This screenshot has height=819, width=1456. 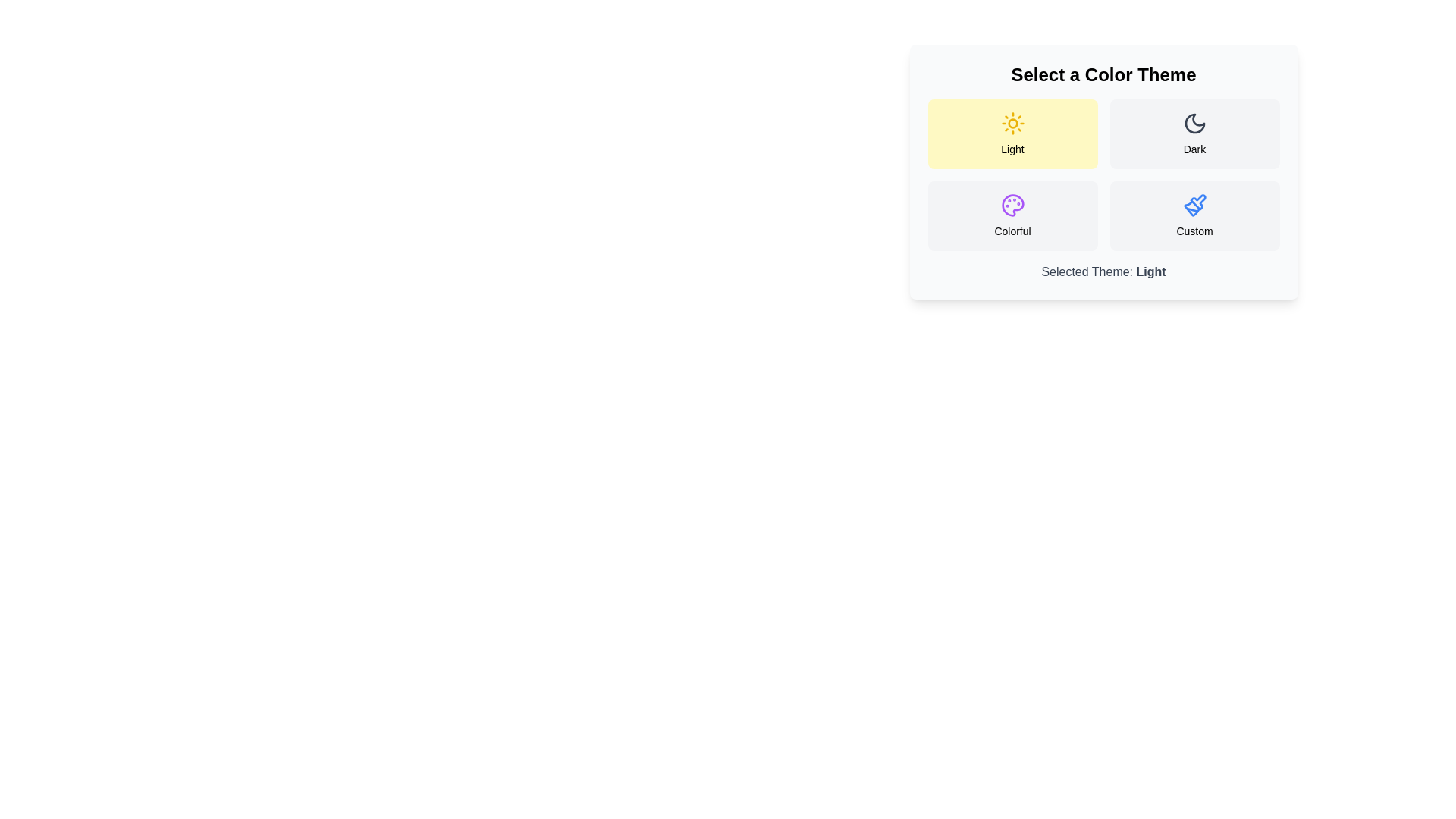 What do you see at coordinates (1012, 133) in the screenshot?
I see `the theme button labeled 'Light' to observe its hover effect` at bounding box center [1012, 133].